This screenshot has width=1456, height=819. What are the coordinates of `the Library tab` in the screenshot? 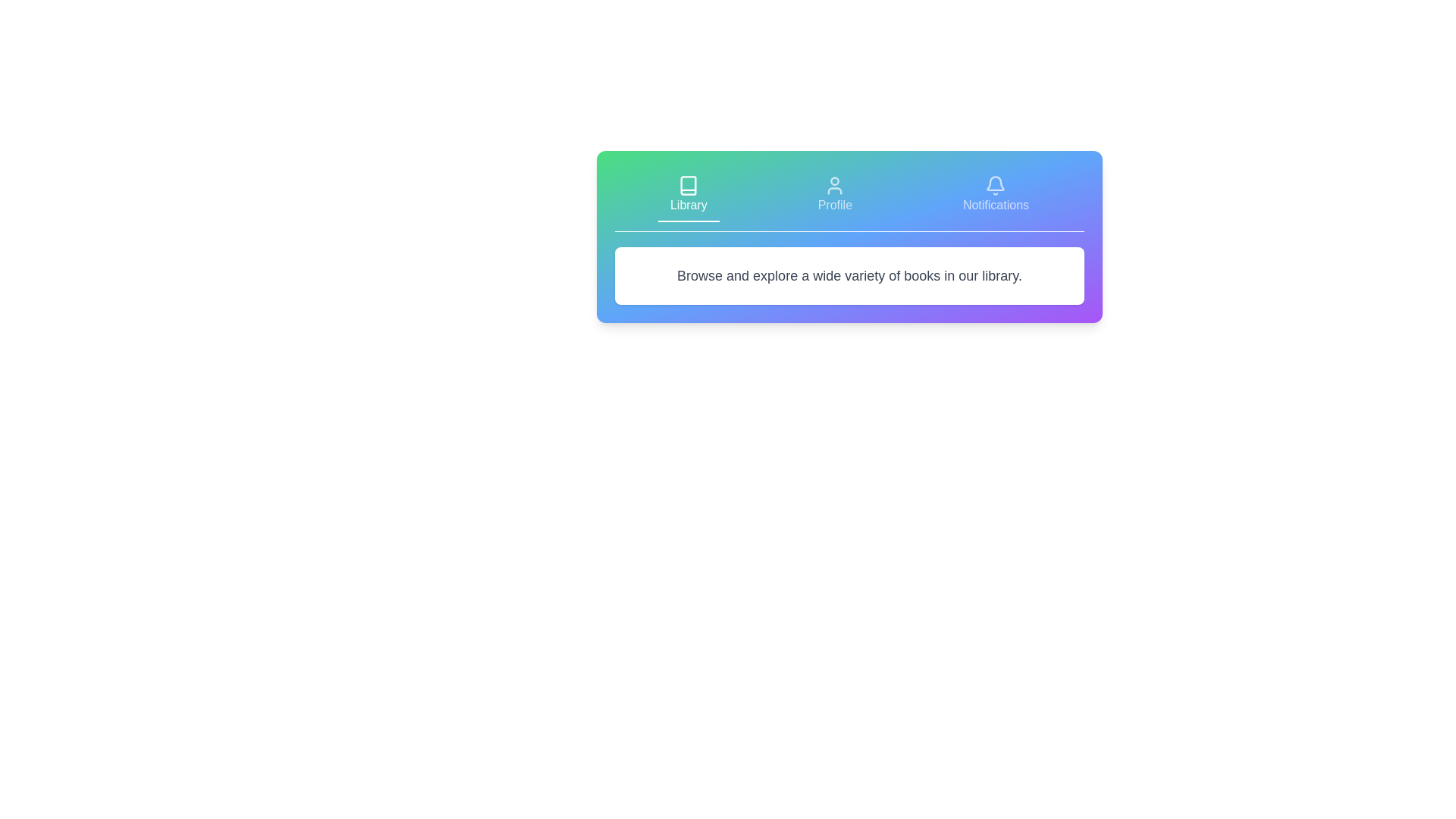 It's located at (688, 195).